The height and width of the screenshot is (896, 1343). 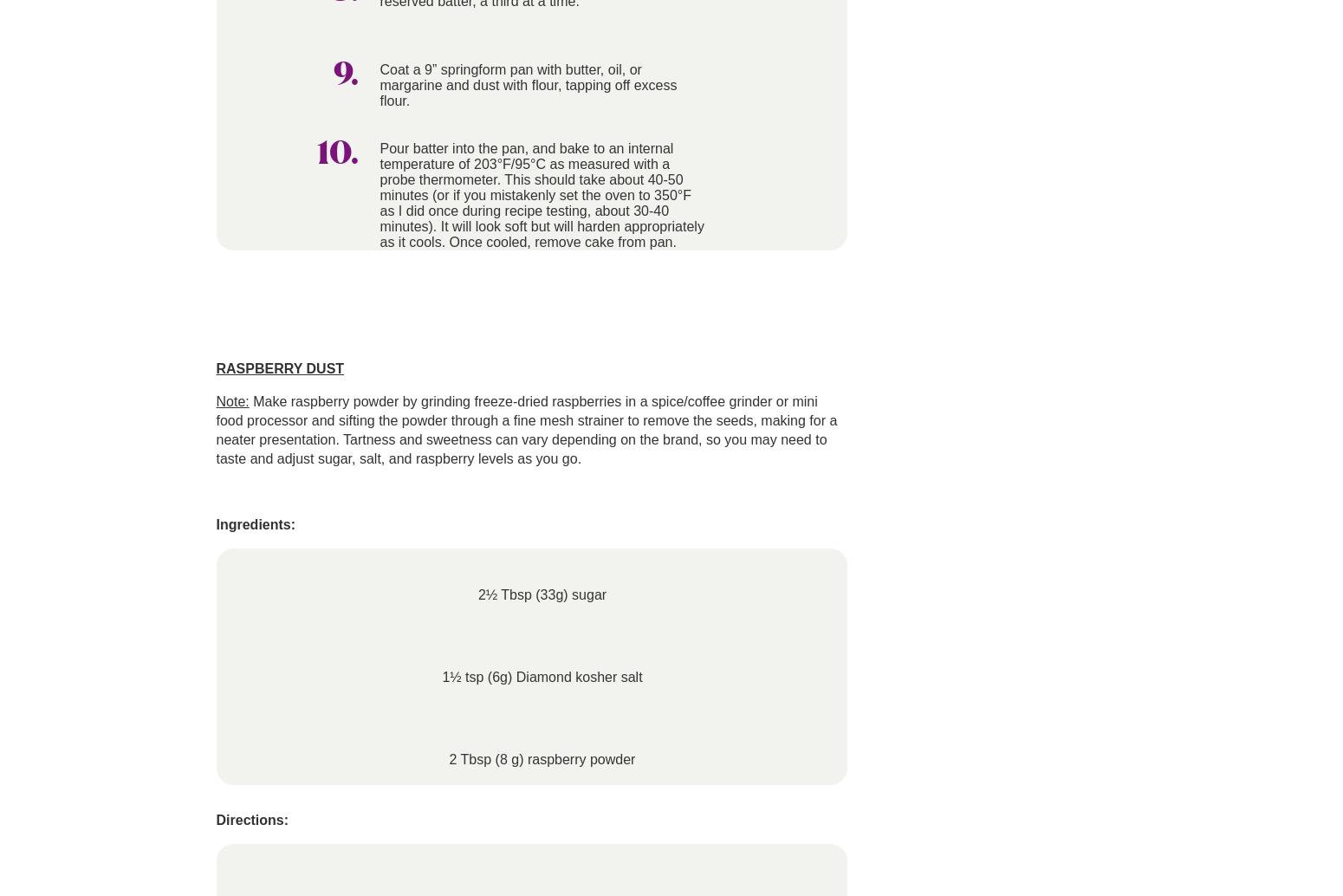 I want to click on 'Pour batter into the pan, and bake to an internal temperature of 203°F/95°C as measured with a probe thermometer. This should take about 40-50 minutes (or if you mistakenly set the oven to 350°F as I did once during recipe testing, about 30-40 minutes). It will look soft but will harden appropriately as it cools. Once cooled, remove cake from pan.', so click(x=540, y=195).